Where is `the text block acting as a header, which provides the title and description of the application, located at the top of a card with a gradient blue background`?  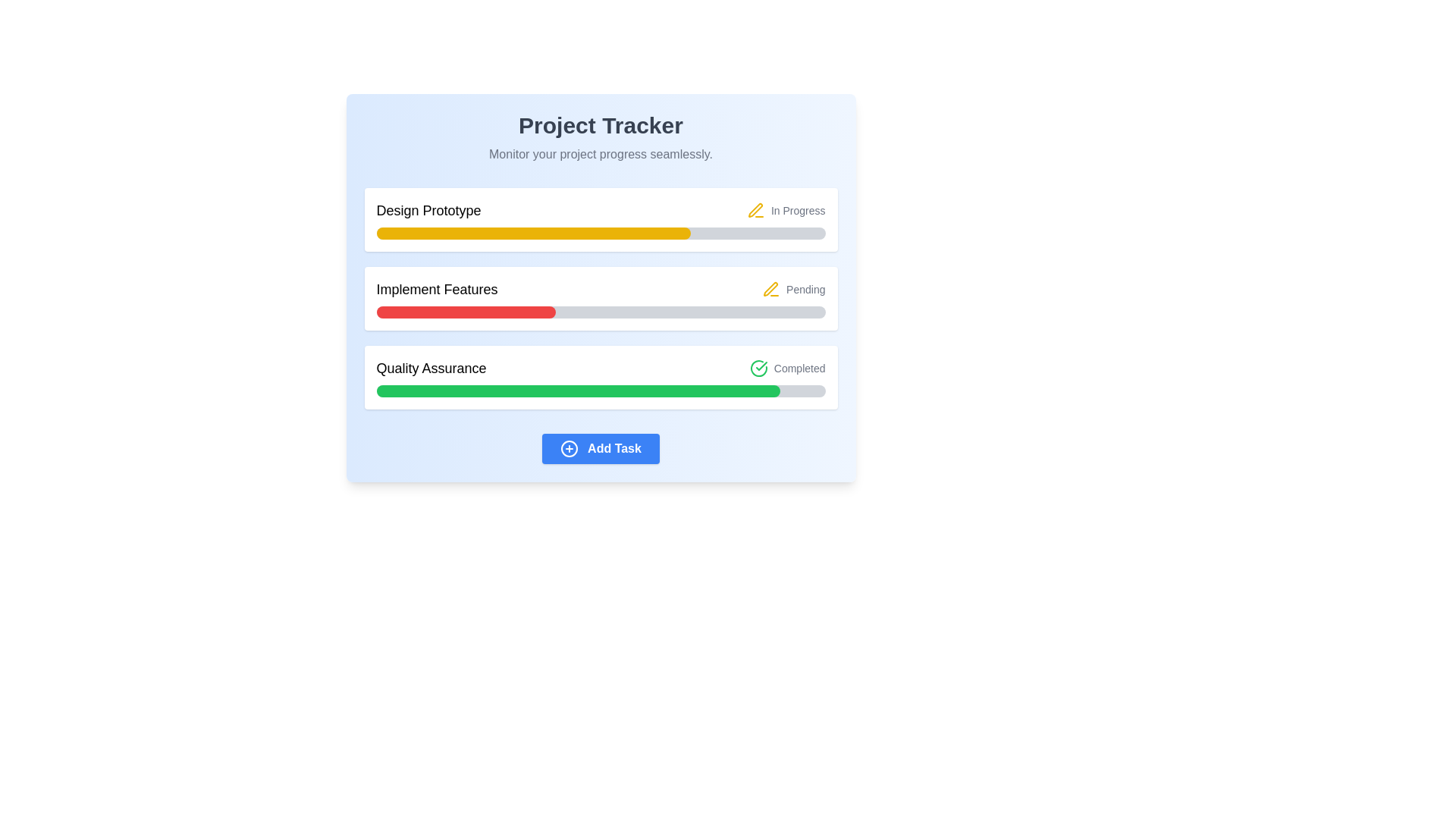 the text block acting as a header, which provides the title and description of the application, located at the top of a card with a gradient blue background is located at coordinates (600, 137).